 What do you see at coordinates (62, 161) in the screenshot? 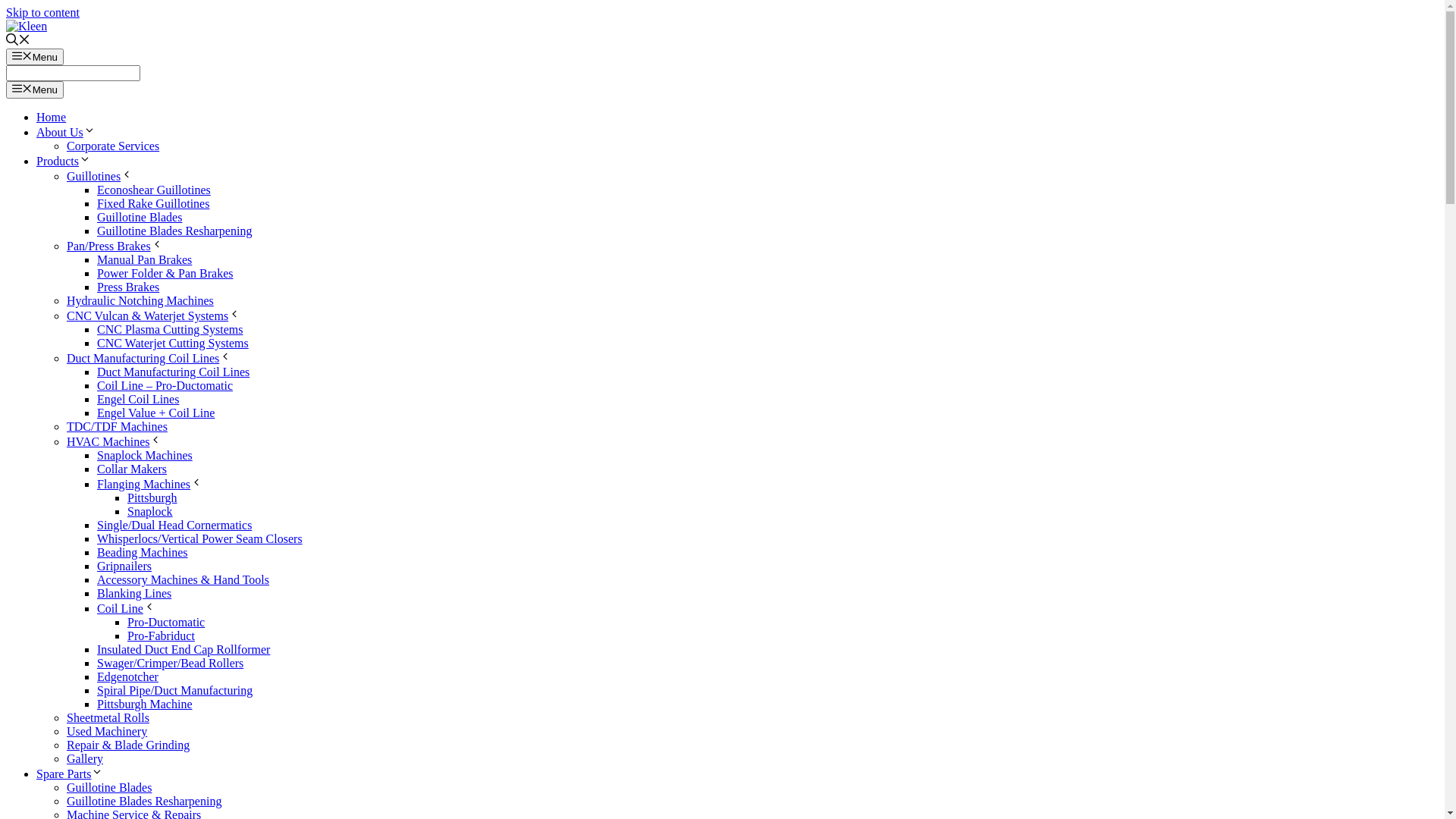
I see `'Products'` at bounding box center [62, 161].